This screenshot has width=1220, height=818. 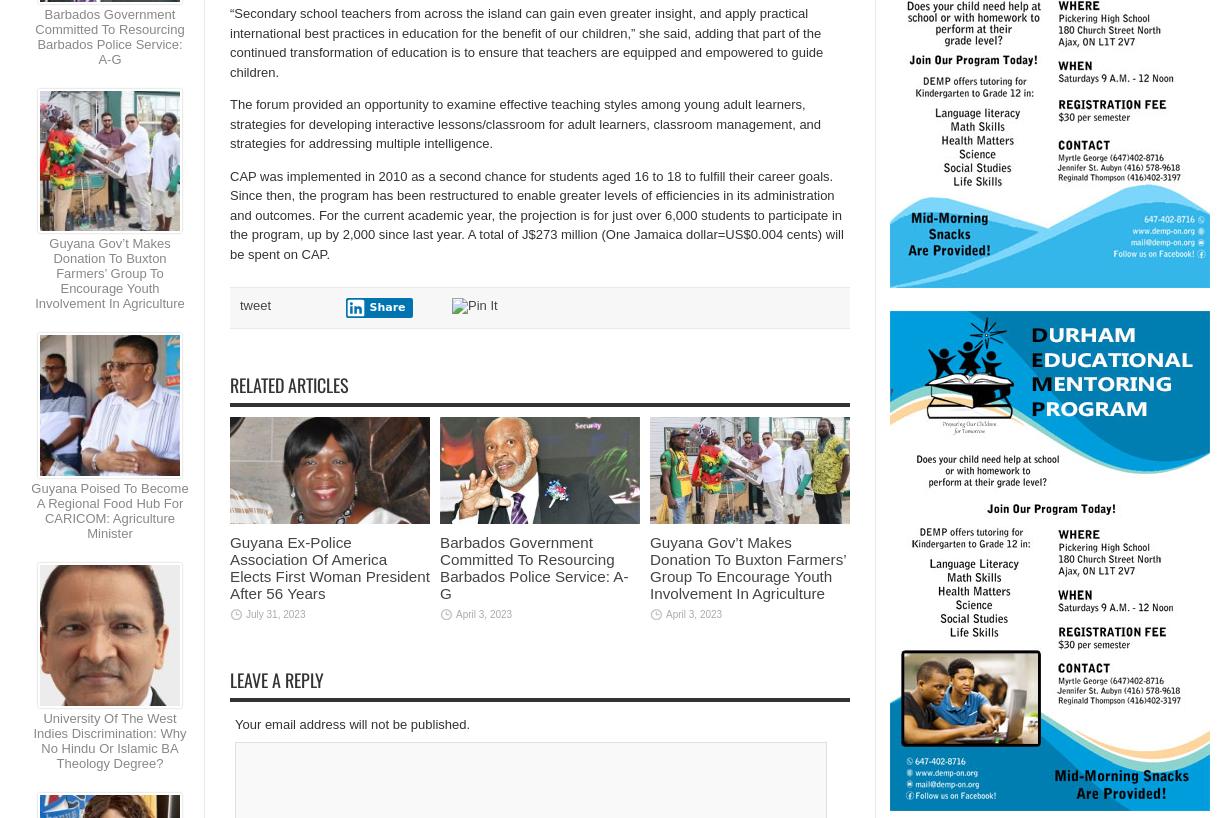 I want to click on 'CAP was implemented in 2010 as a second chance for students aged 16 to 18 to fulfill their career goals. Since then, the program has been restructured to enable greater levels of efficiencies in its administration and outcomes. For the current academic year, the projection is for just over 6,000 students to participate in the program, up by 2,000 since last year. A total of J$273 million (One Jamaica dollar=US$0.004 cents) will be spent on CAP.', so click(x=536, y=214).